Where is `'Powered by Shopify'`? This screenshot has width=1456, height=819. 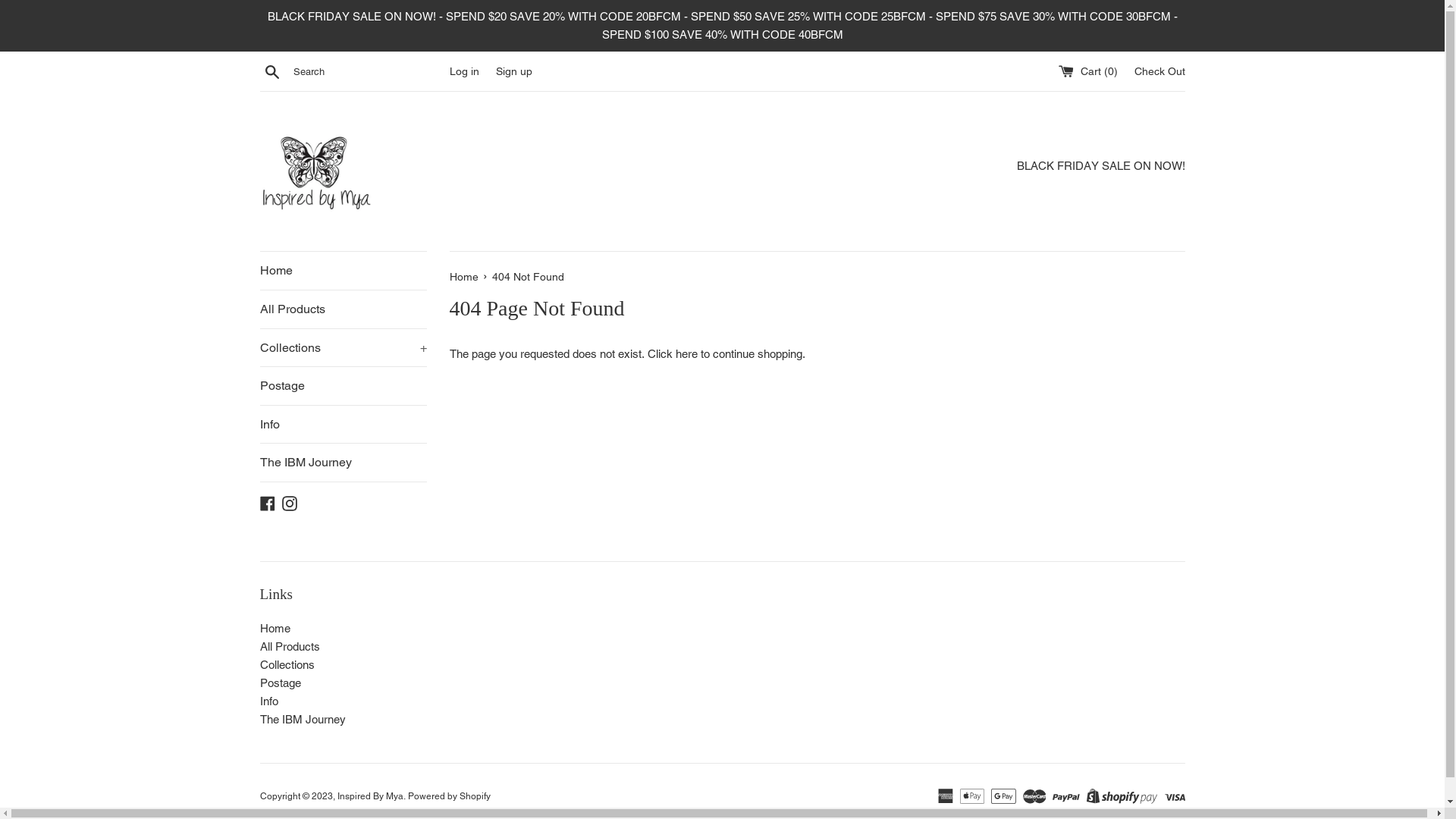
'Powered by Shopify' is located at coordinates (448, 795).